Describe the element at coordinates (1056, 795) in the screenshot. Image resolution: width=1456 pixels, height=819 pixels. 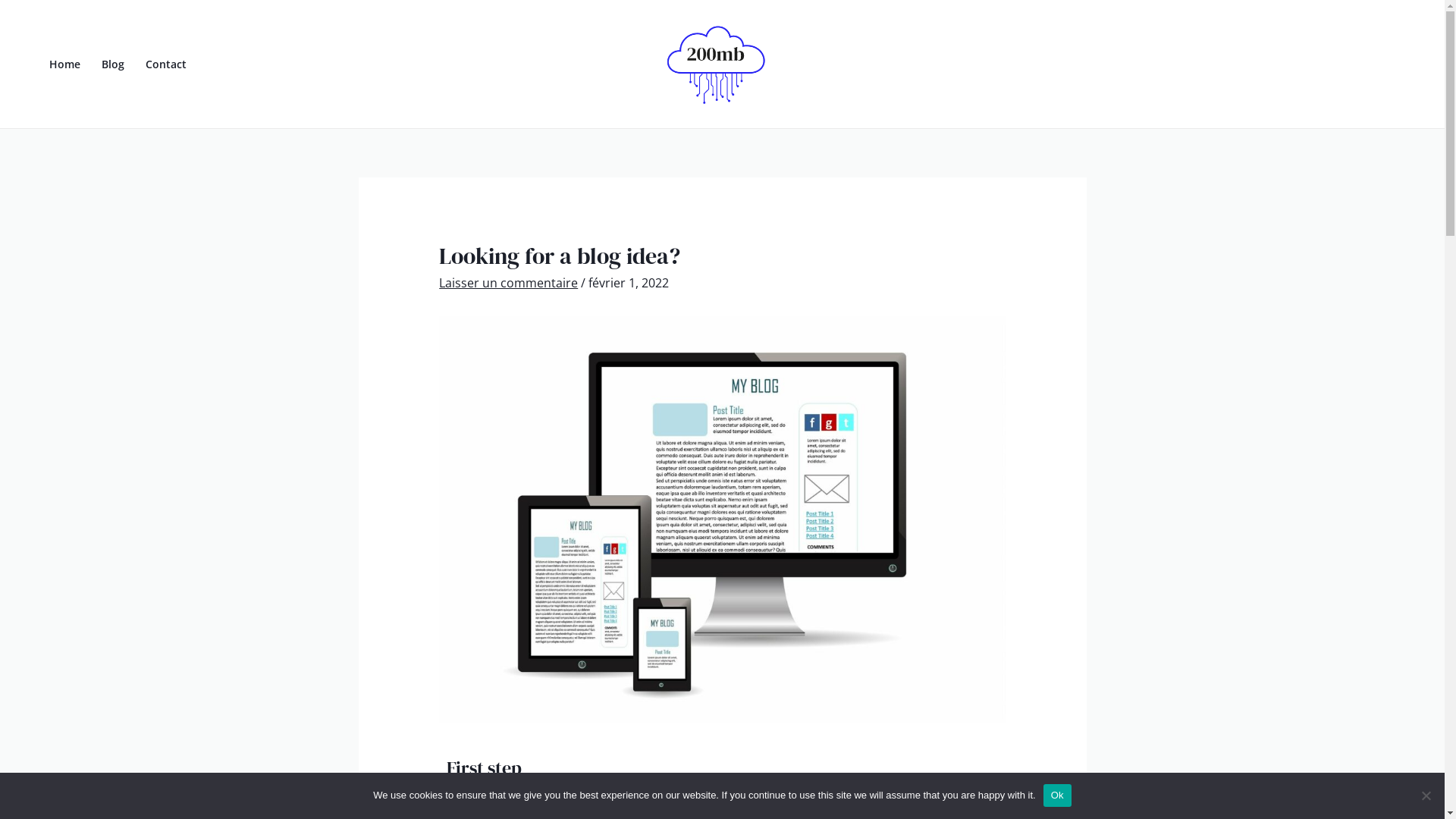
I see `'Ok'` at that location.